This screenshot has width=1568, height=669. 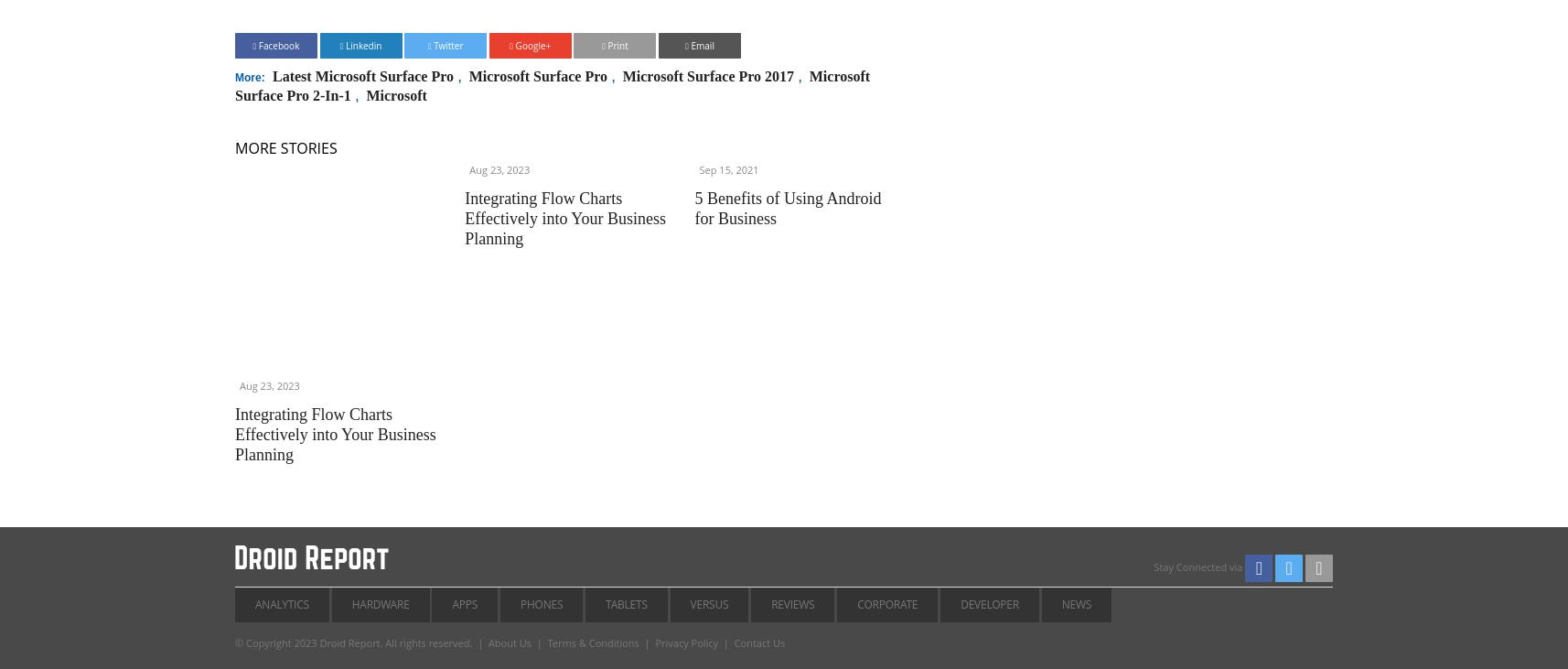 What do you see at coordinates (886, 603) in the screenshot?
I see `'Corporate'` at bounding box center [886, 603].